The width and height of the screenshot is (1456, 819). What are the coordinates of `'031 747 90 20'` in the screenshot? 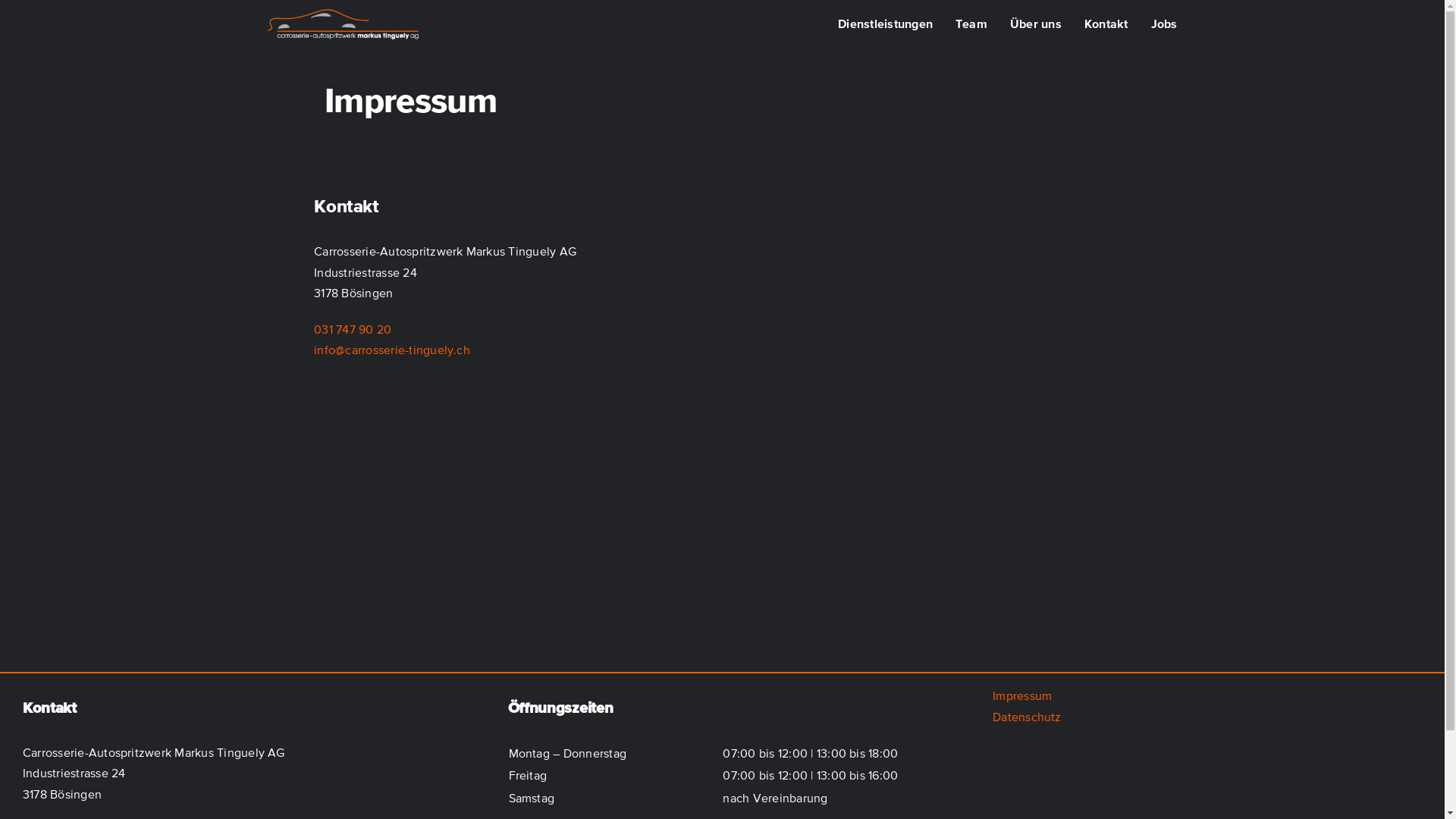 It's located at (352, 328).